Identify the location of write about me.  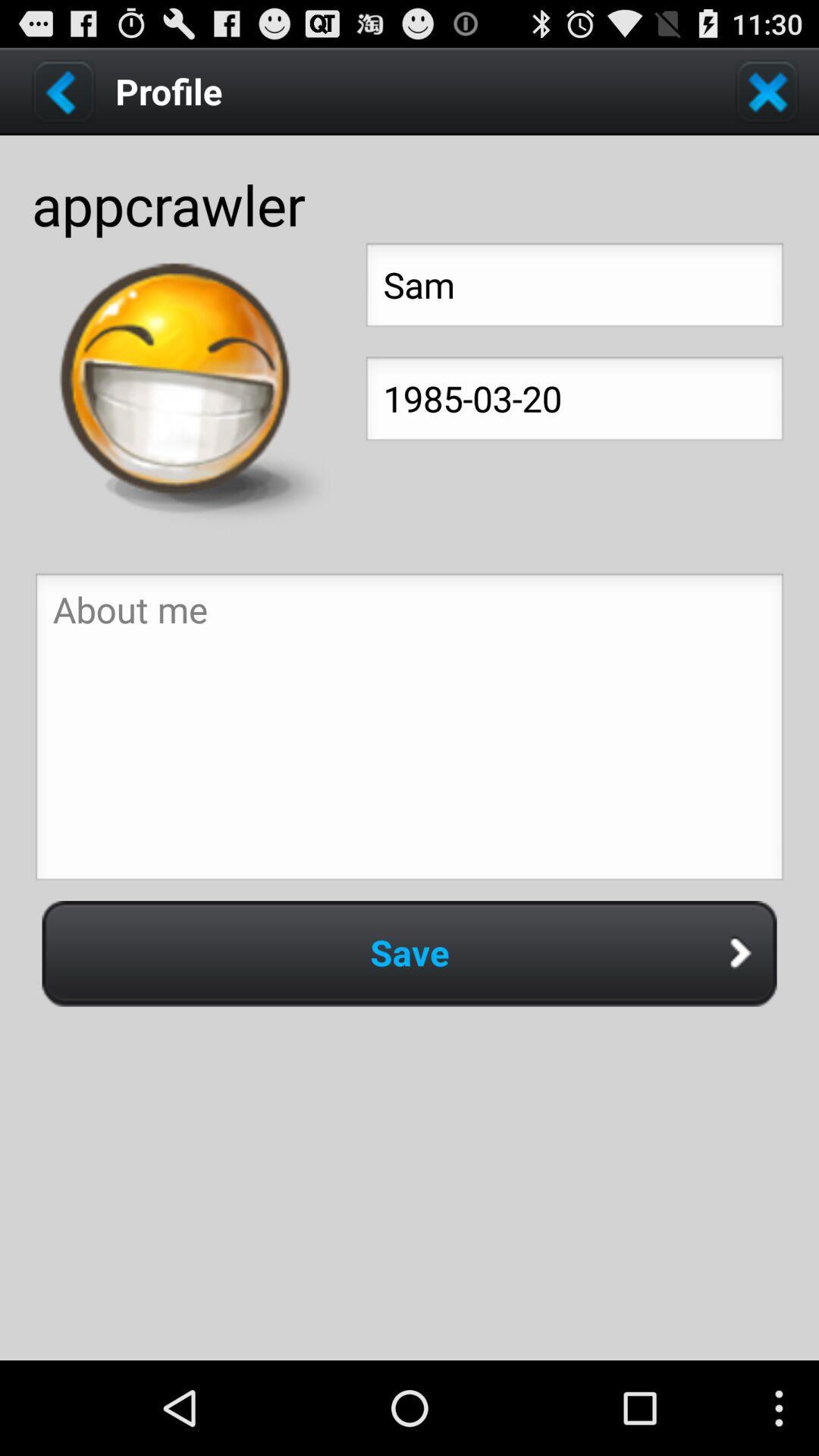
(409, 731).